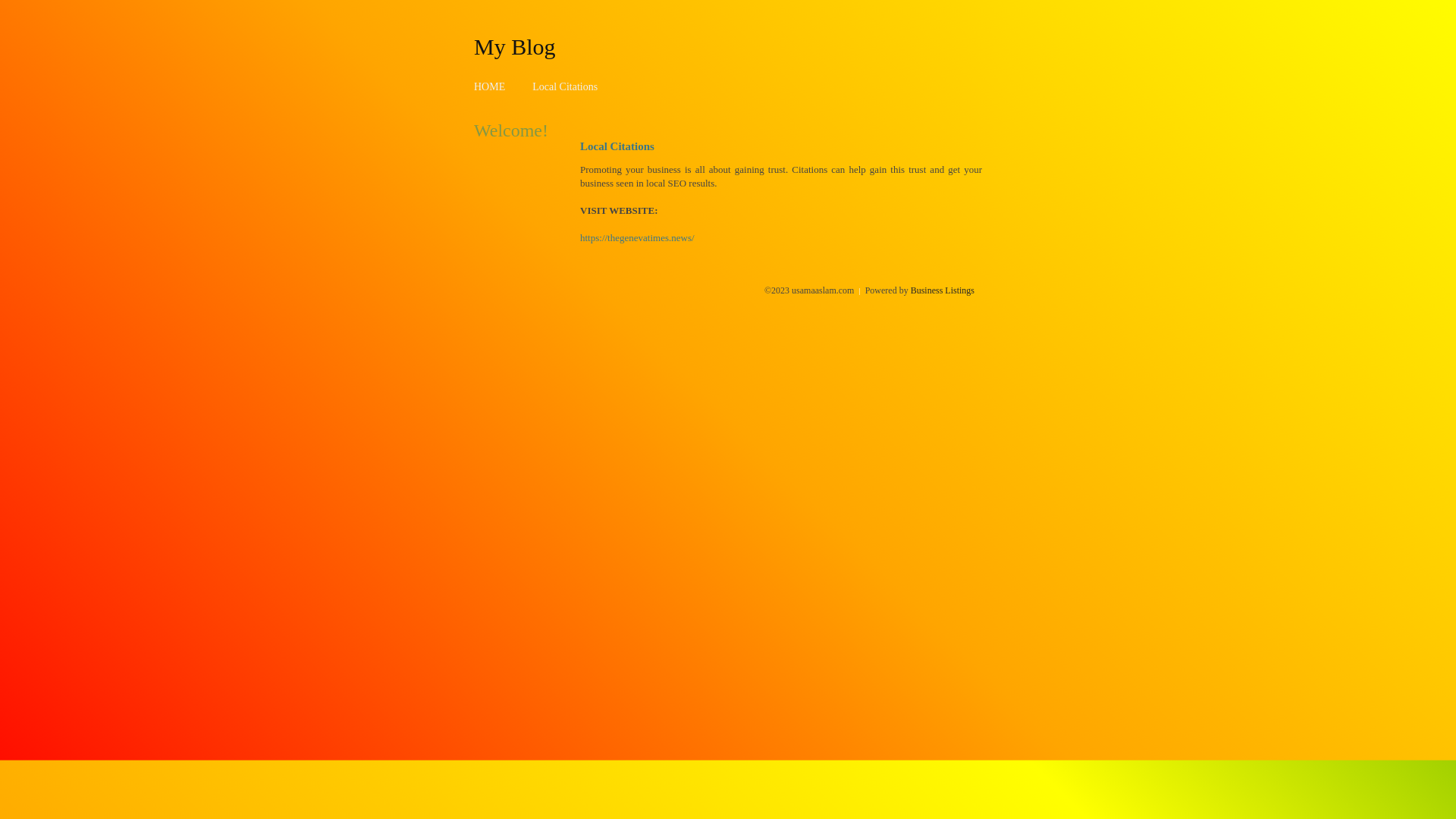 The image size is (1456, 819). What do you see at coordinates (489, 86) in the screenshot?
I see `'HOME'` at bounding box center [489, 86].